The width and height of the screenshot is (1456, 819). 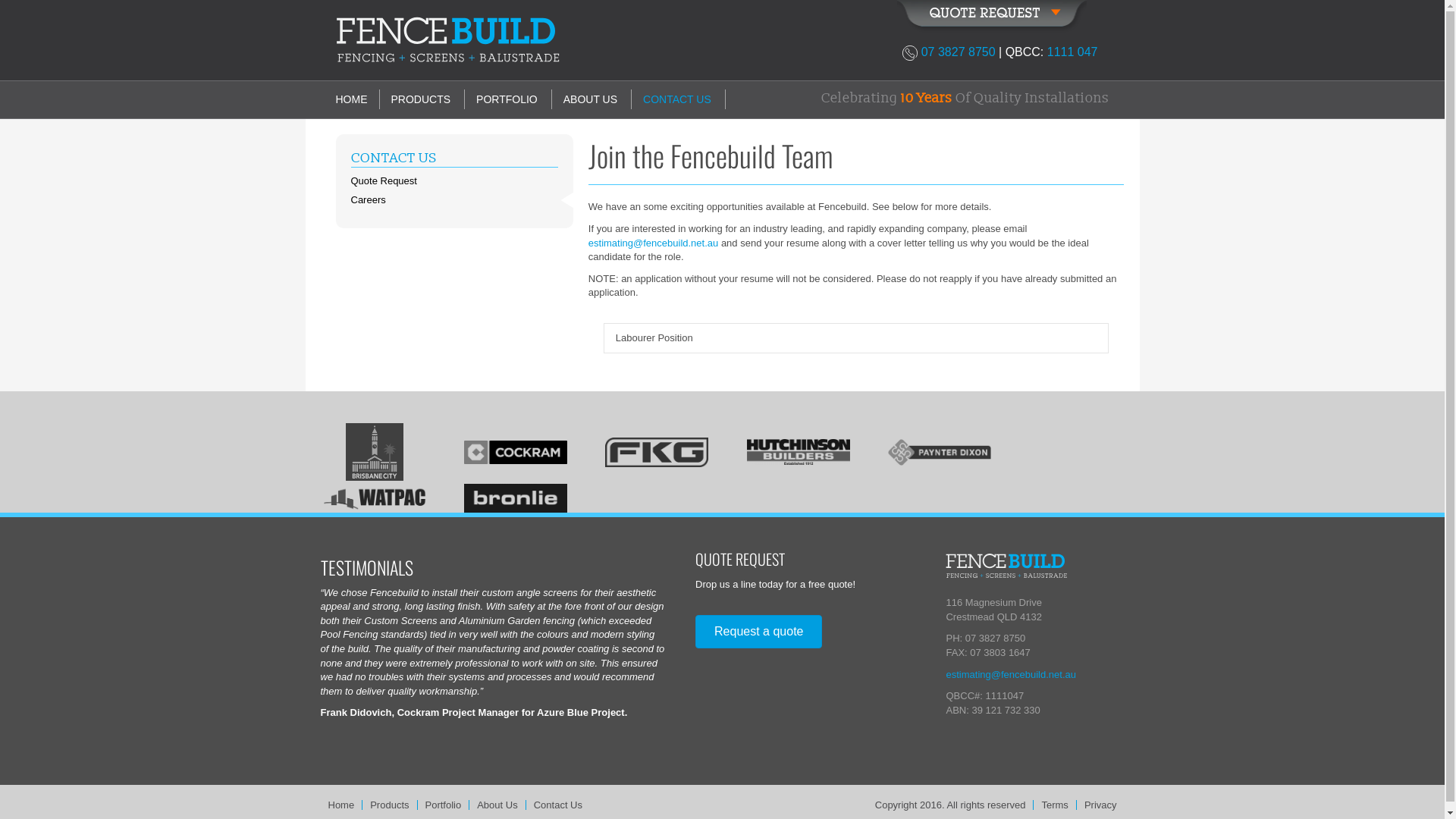 What do you see at coordinates (453, 199) in the screenshot?
I see `'Careers'` at bounding box center [453, 199].